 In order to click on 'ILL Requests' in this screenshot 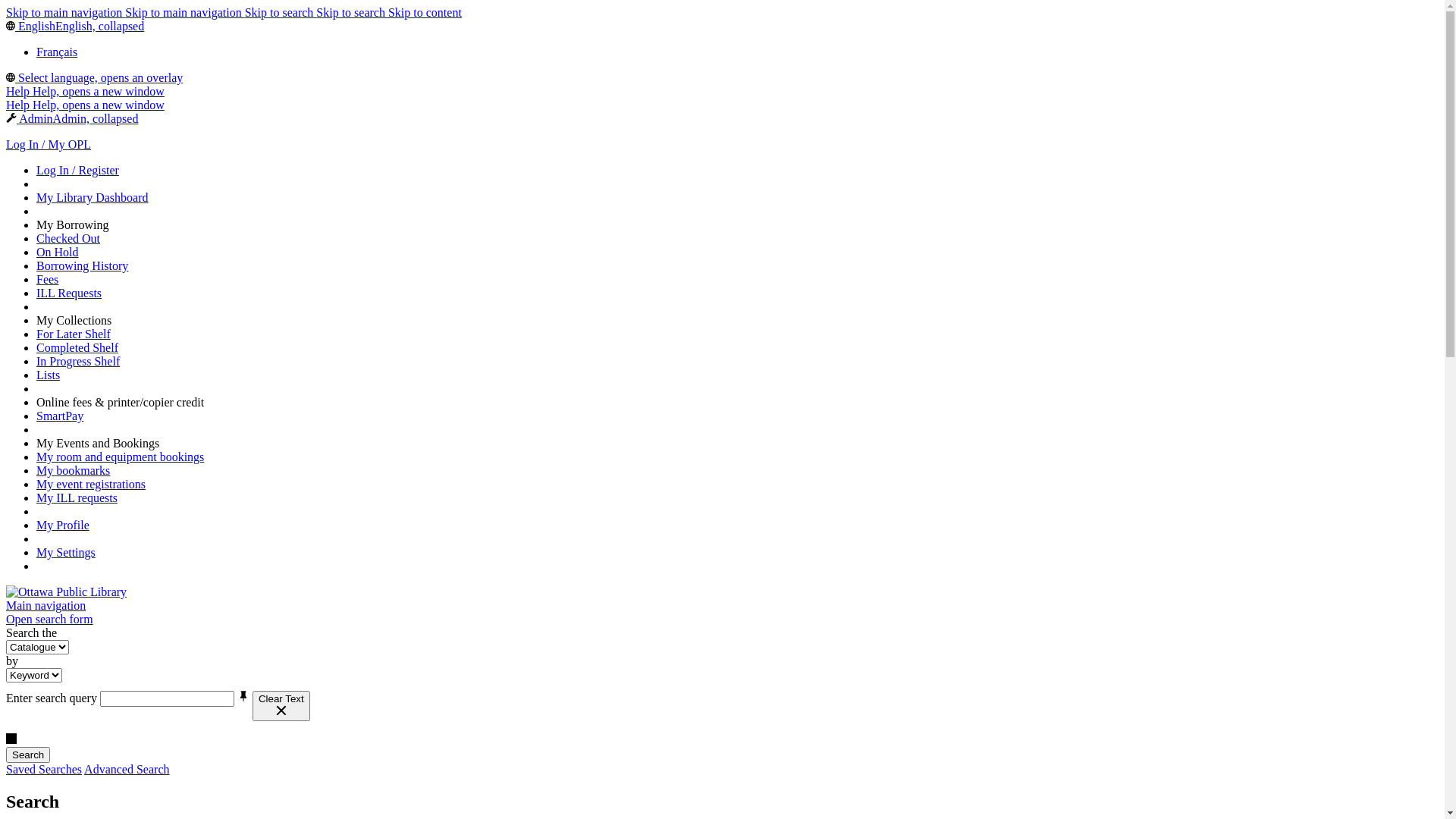, I will do `click(68, 293)`.